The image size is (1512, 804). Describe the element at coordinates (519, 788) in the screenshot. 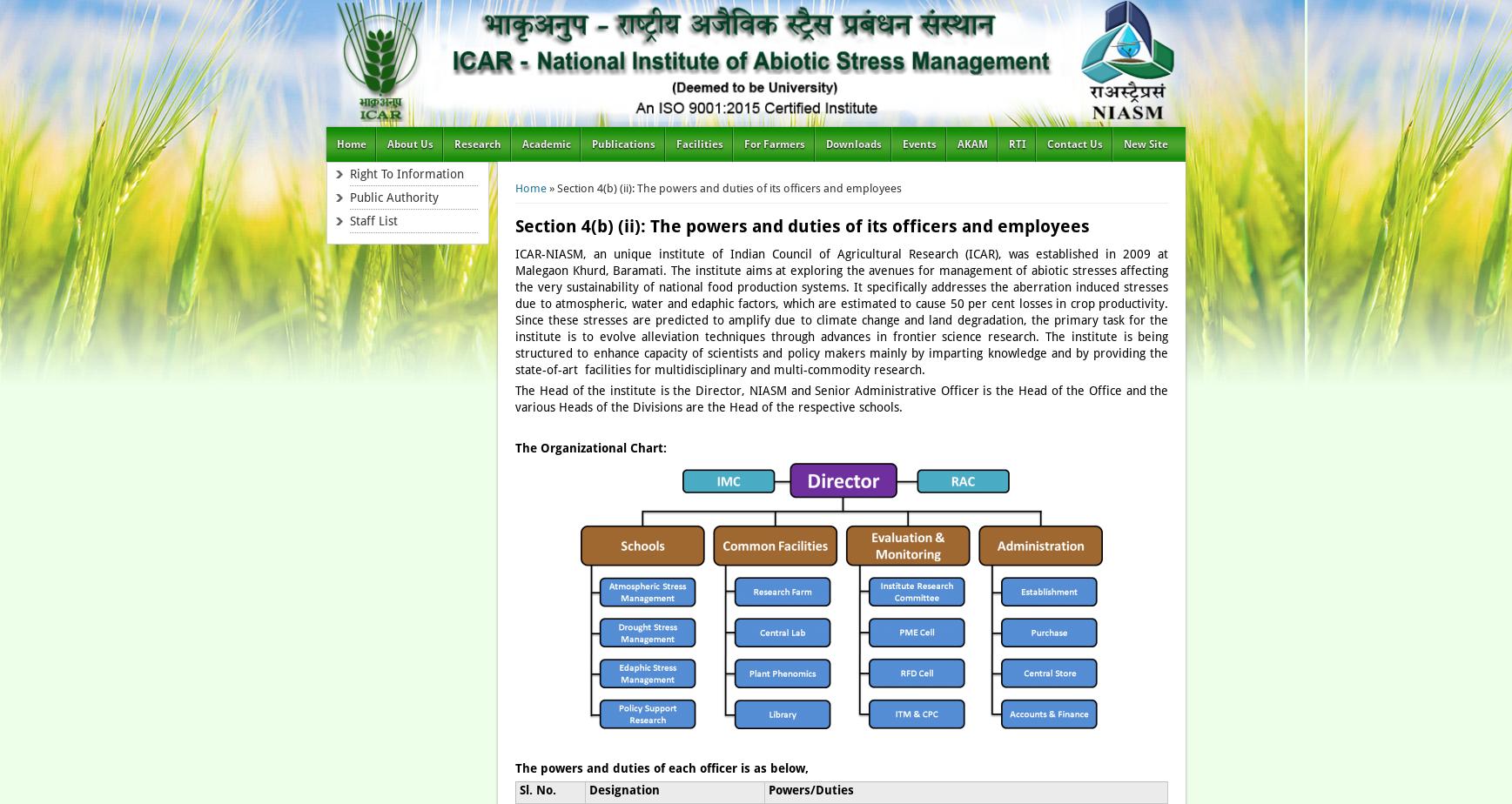

I see `'Sl. No.'` at that location.